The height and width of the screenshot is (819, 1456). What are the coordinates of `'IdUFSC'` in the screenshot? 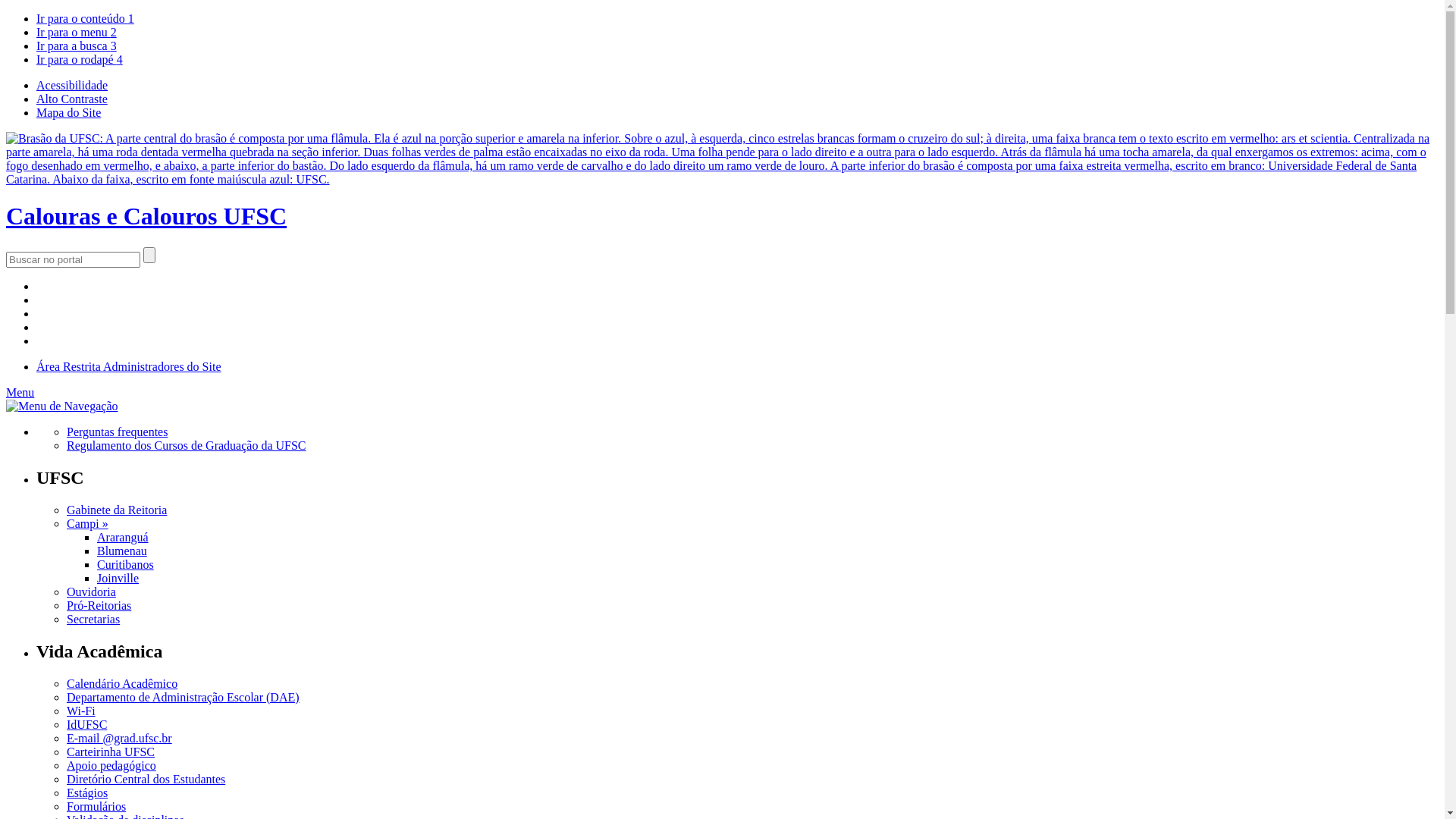 It's located at (86, 723).